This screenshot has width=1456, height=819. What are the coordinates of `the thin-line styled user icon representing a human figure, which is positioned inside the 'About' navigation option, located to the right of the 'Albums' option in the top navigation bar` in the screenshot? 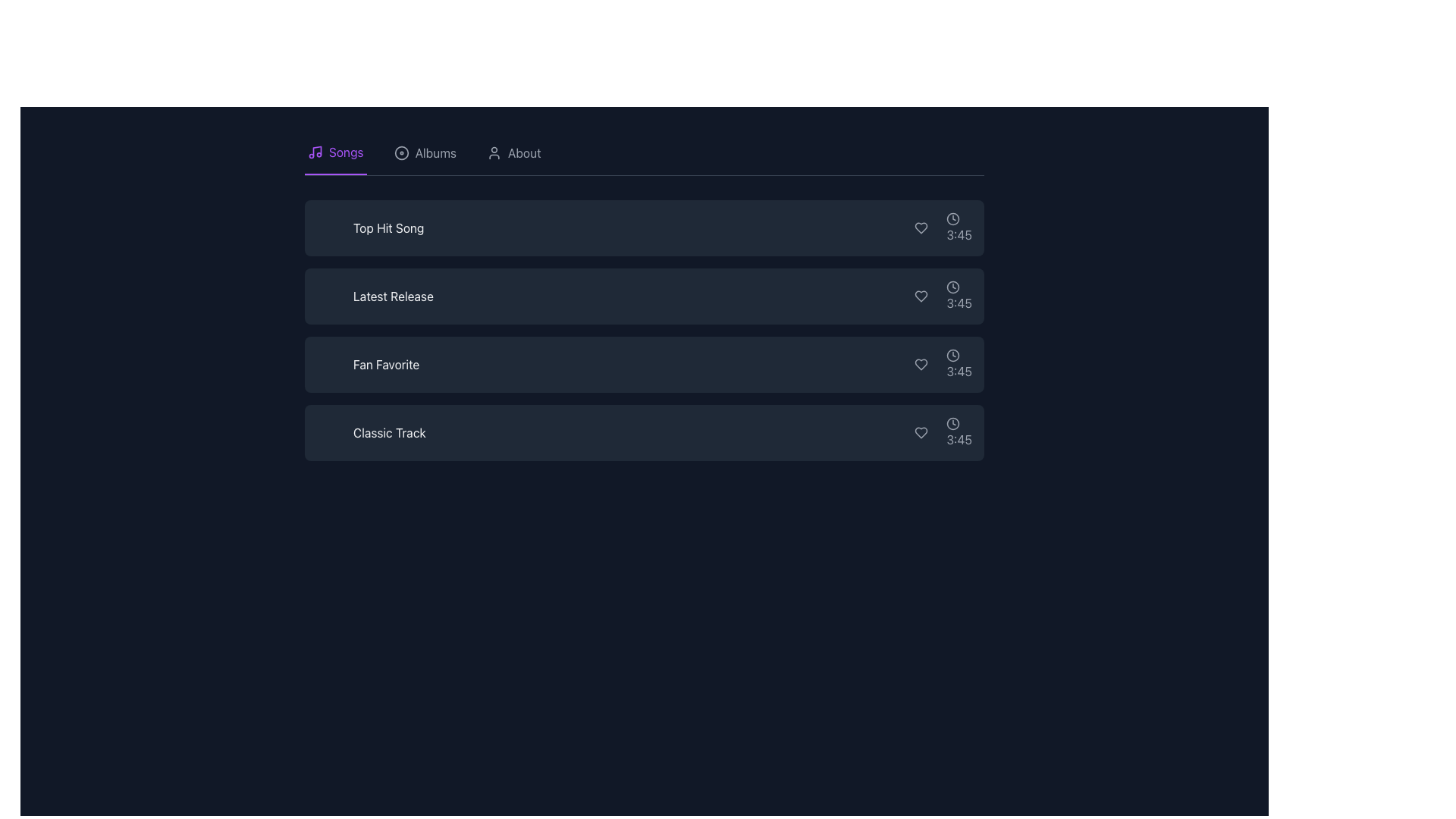 It's located at (494, 152).